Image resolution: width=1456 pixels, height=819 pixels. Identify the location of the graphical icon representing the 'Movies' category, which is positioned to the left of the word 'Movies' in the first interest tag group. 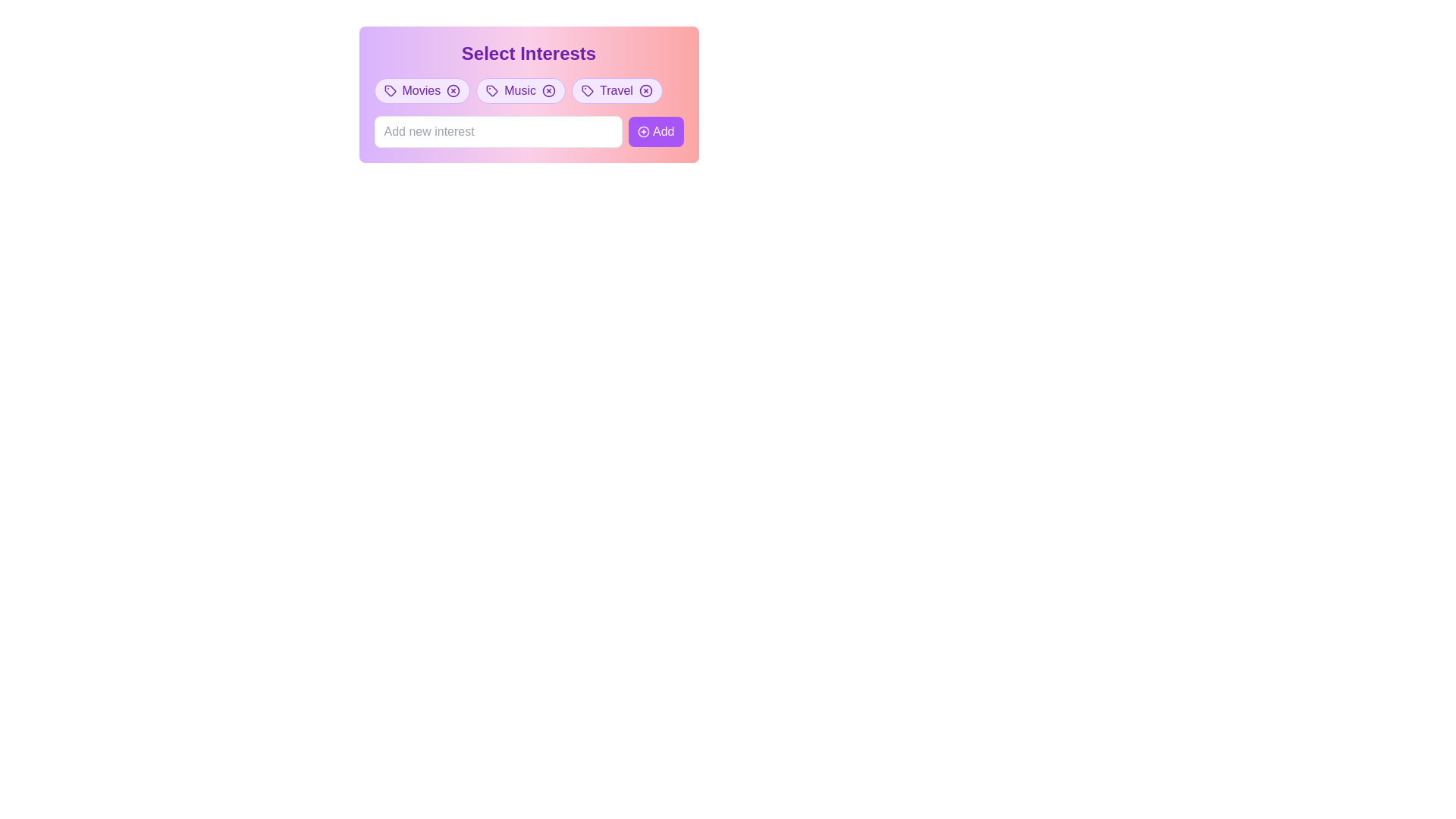
(390, 90).